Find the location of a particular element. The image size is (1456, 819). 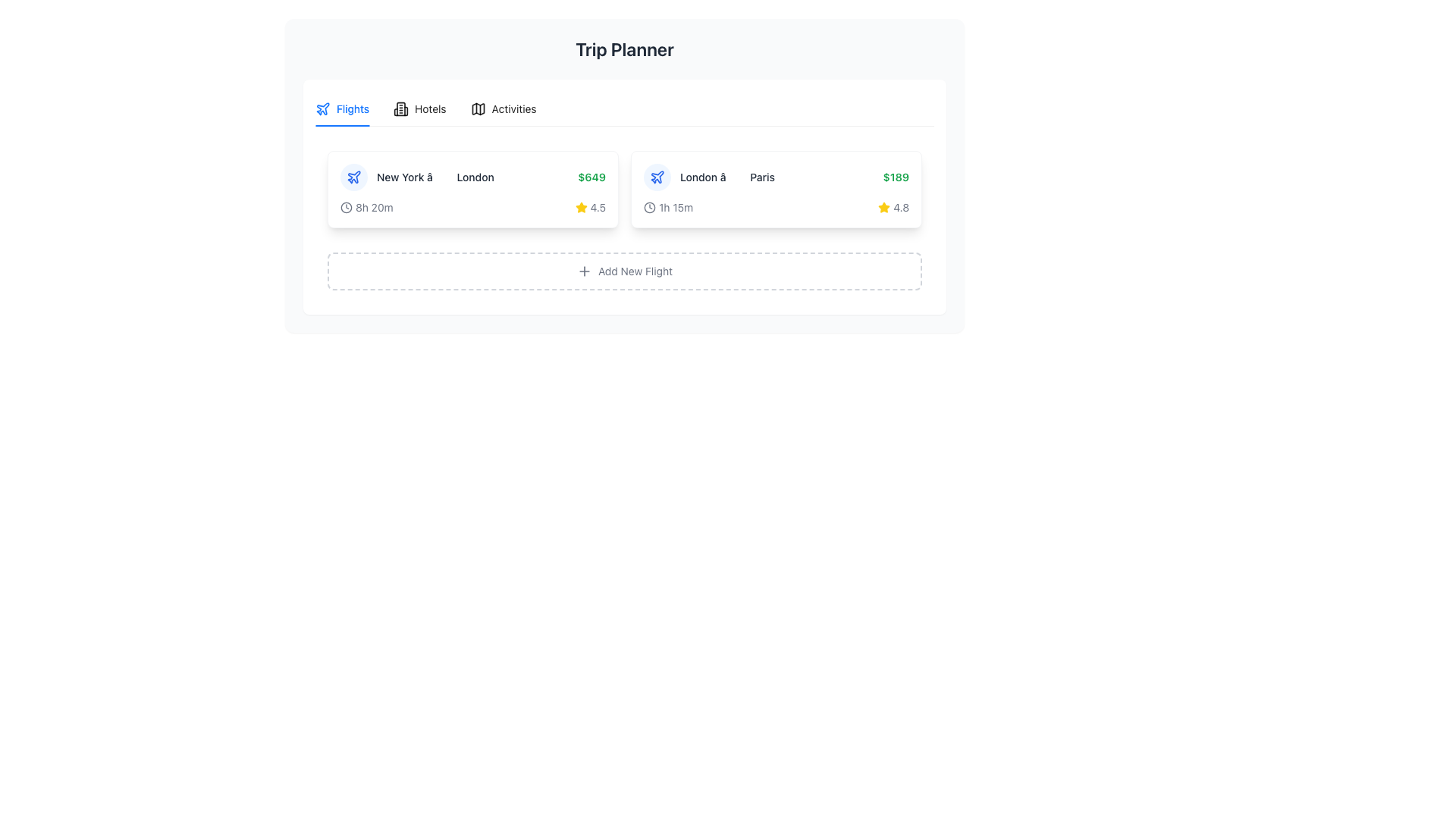

the travel route element displaying 'New York â†’ London' with an associated price of '$649' is located at coordinates (472, 177).